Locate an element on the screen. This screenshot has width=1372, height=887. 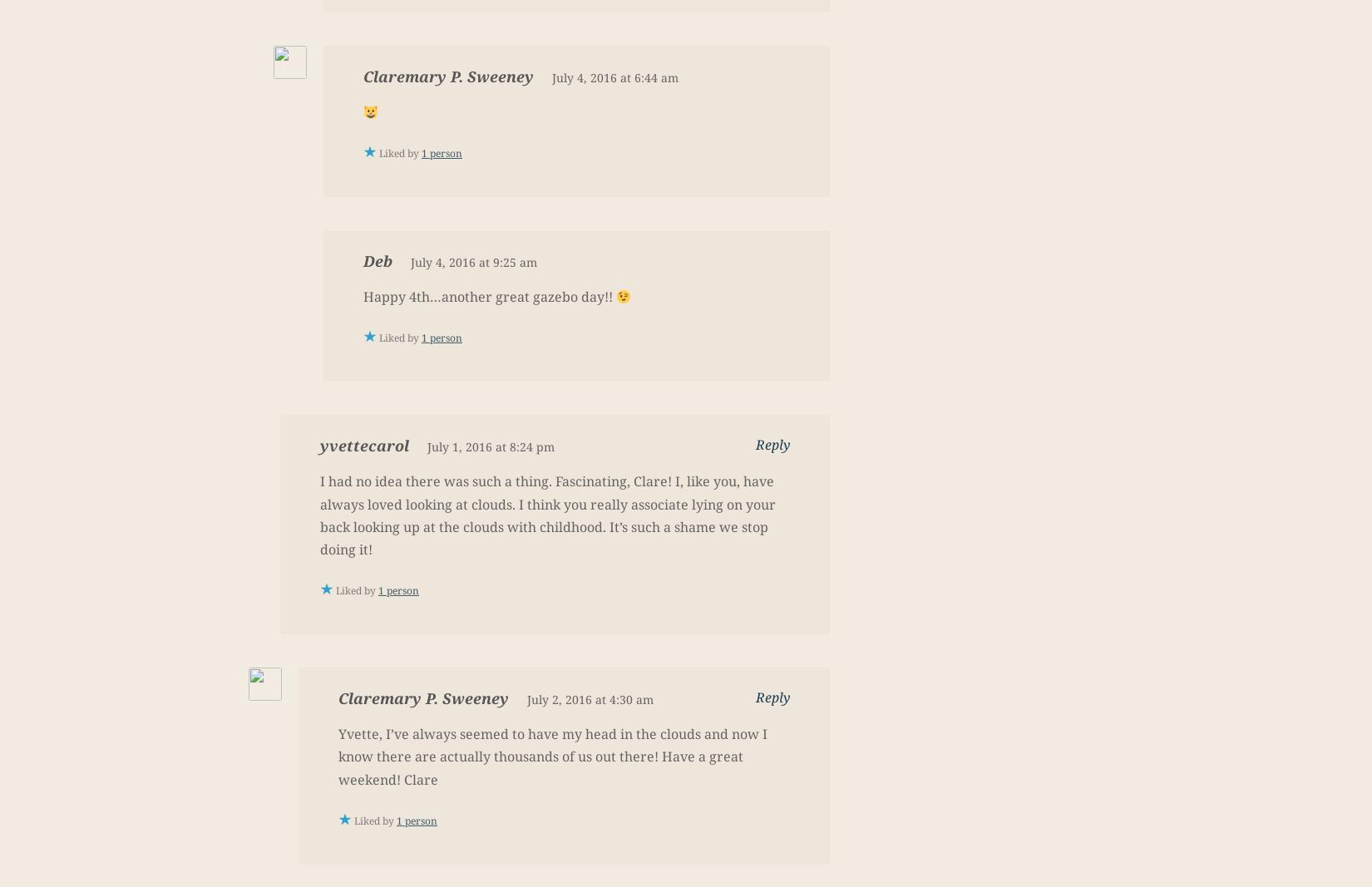
'yvettecarol' is located at coordinates (363, 445).